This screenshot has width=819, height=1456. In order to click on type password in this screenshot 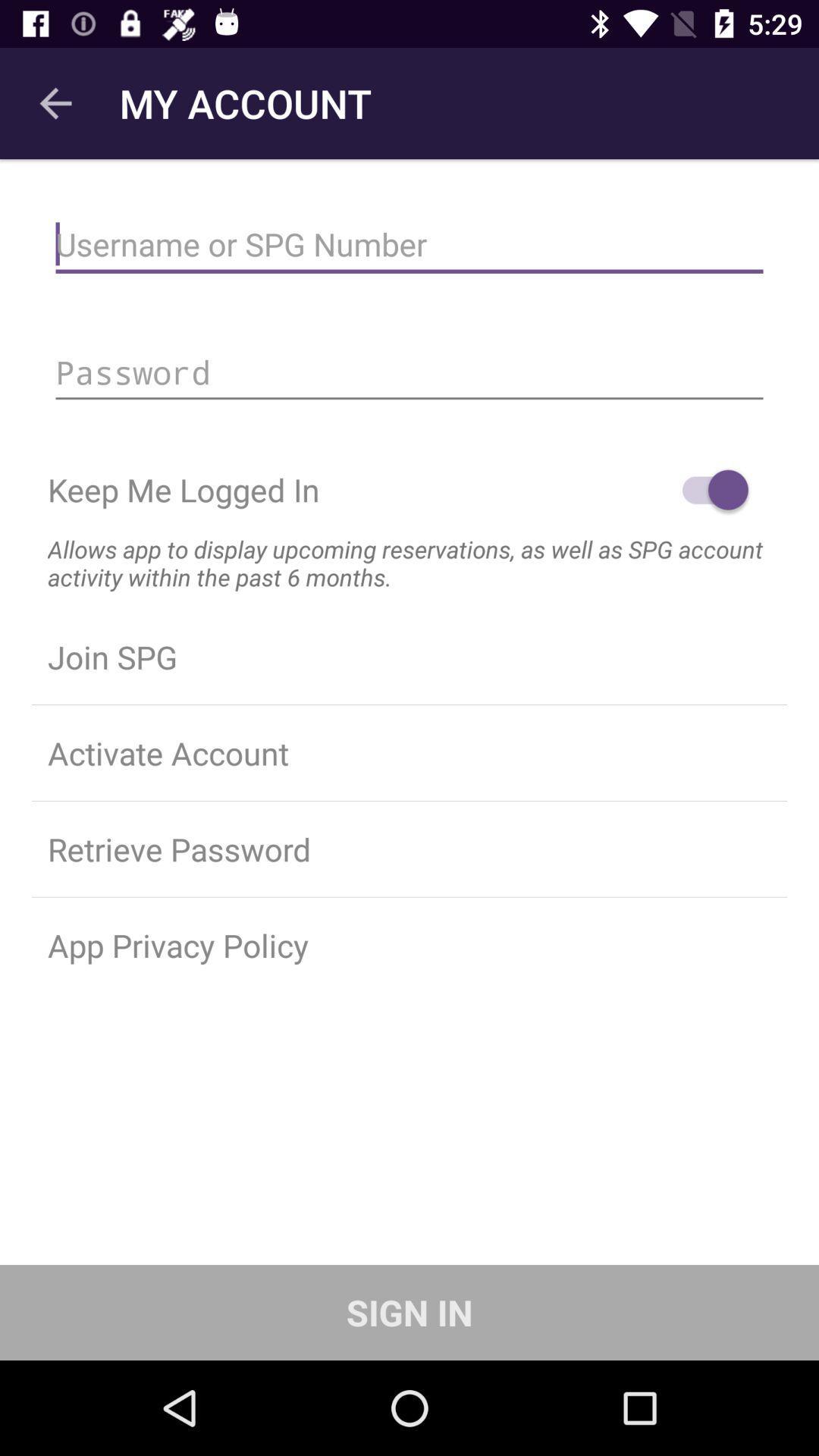, I will do `click(409, 372)`.